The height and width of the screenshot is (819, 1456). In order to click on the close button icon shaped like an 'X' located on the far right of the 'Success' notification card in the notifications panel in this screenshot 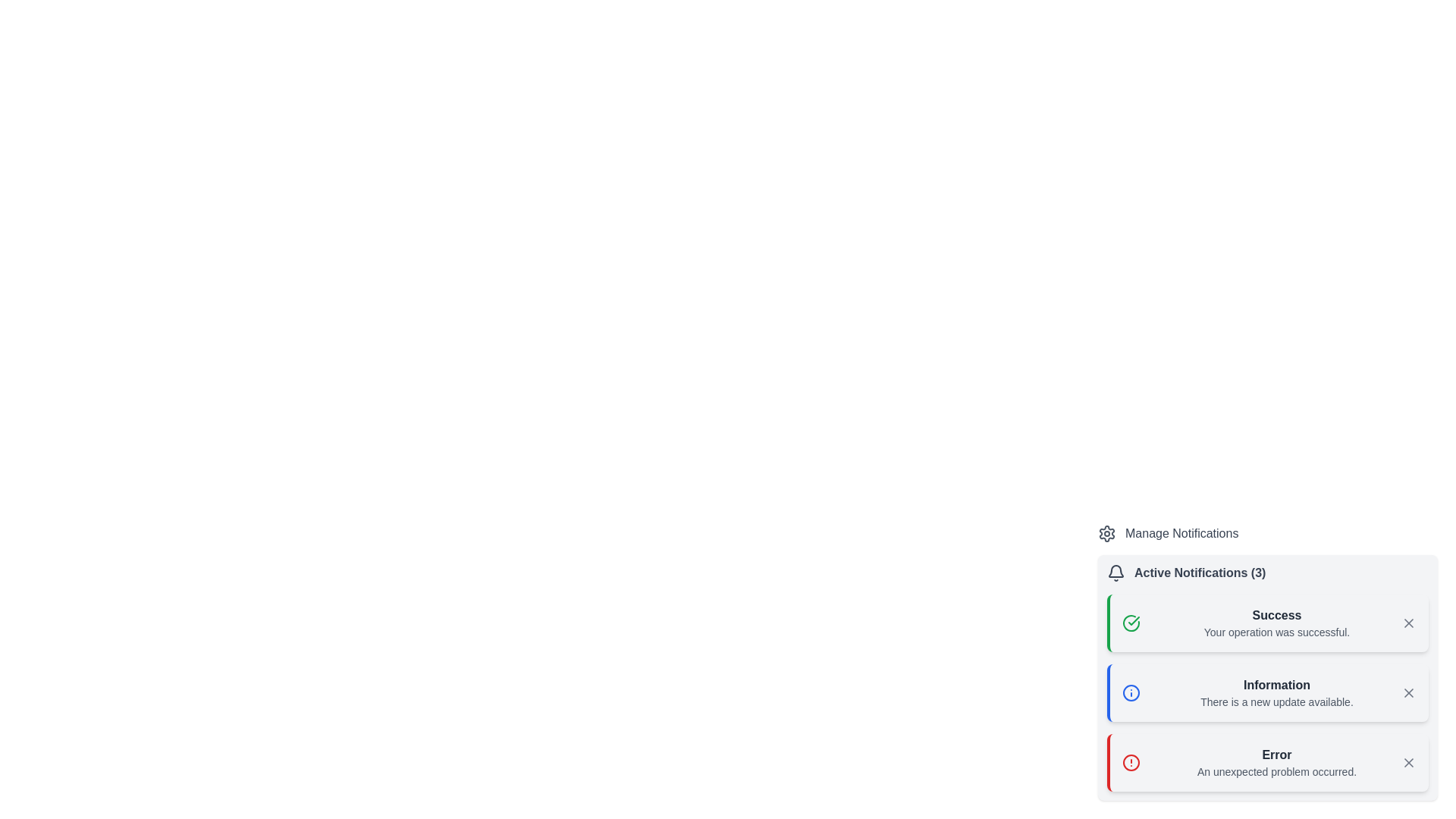, I will do `click(1407, 623)`.